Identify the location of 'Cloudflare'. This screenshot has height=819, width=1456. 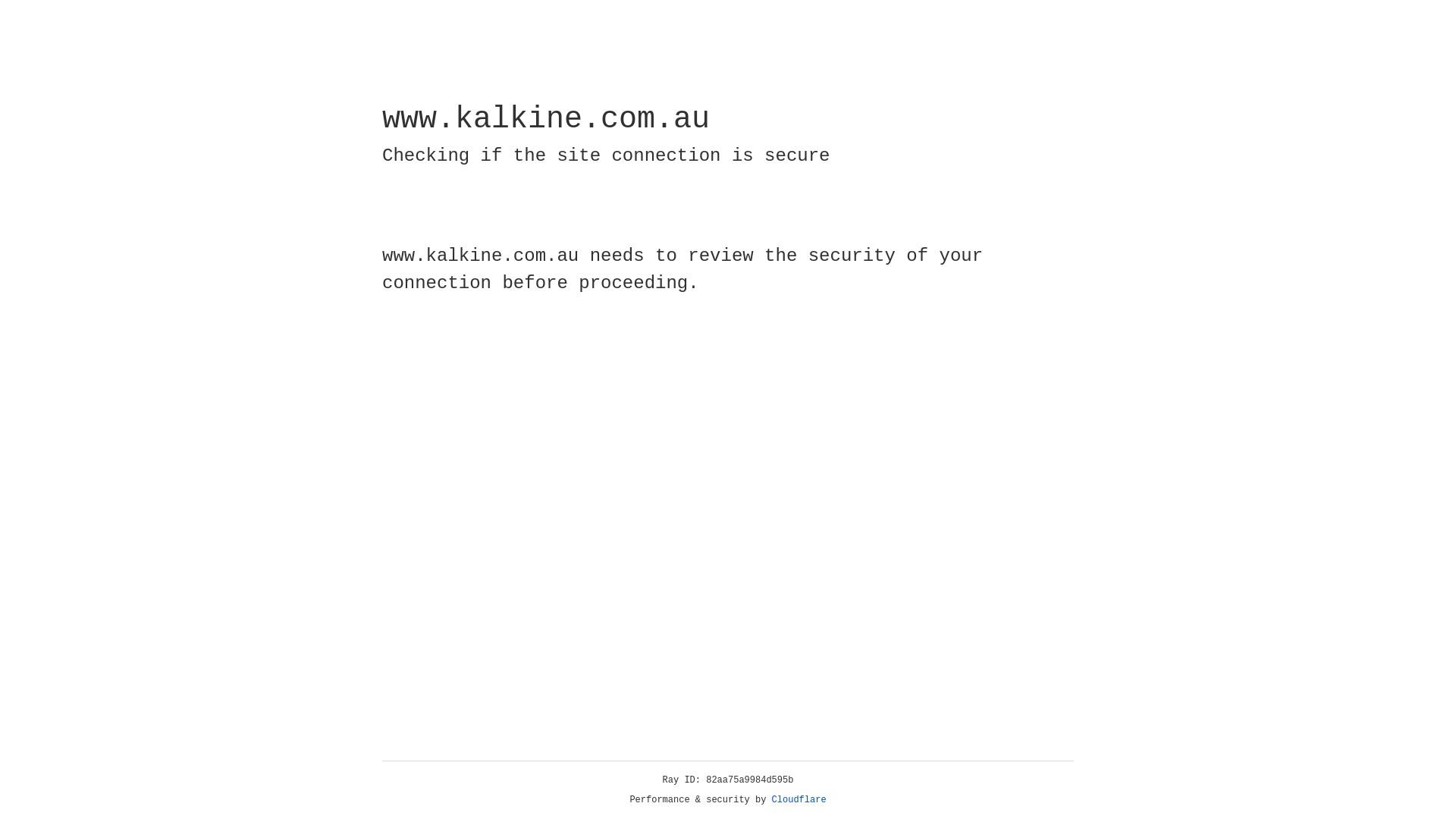
(771, 799).